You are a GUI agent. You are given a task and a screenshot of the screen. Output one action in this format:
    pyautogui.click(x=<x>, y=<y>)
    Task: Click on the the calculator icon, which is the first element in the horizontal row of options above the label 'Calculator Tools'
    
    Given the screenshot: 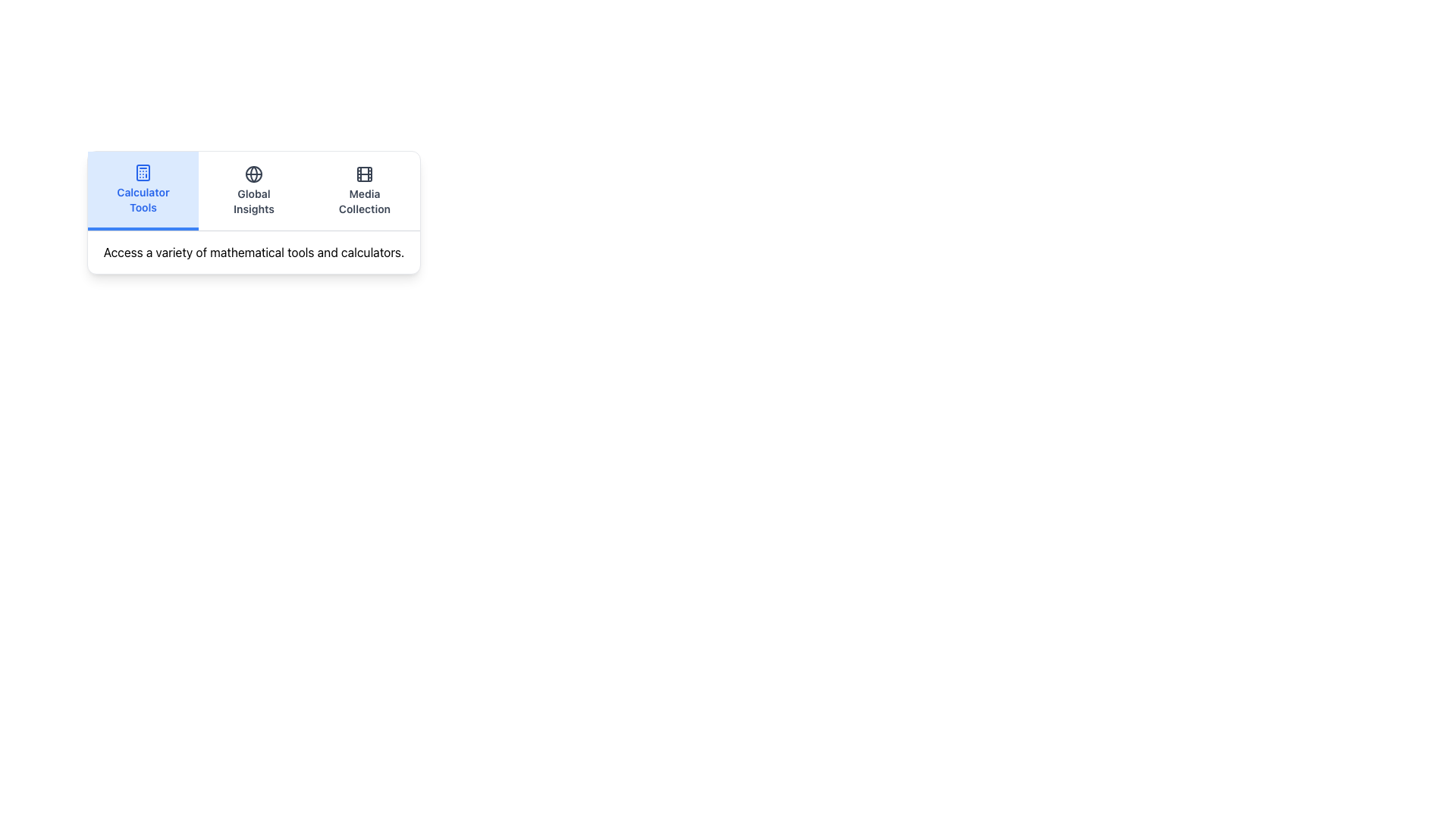 What is the action you would take?
    pyautogui.click(x=143, y=171)
    